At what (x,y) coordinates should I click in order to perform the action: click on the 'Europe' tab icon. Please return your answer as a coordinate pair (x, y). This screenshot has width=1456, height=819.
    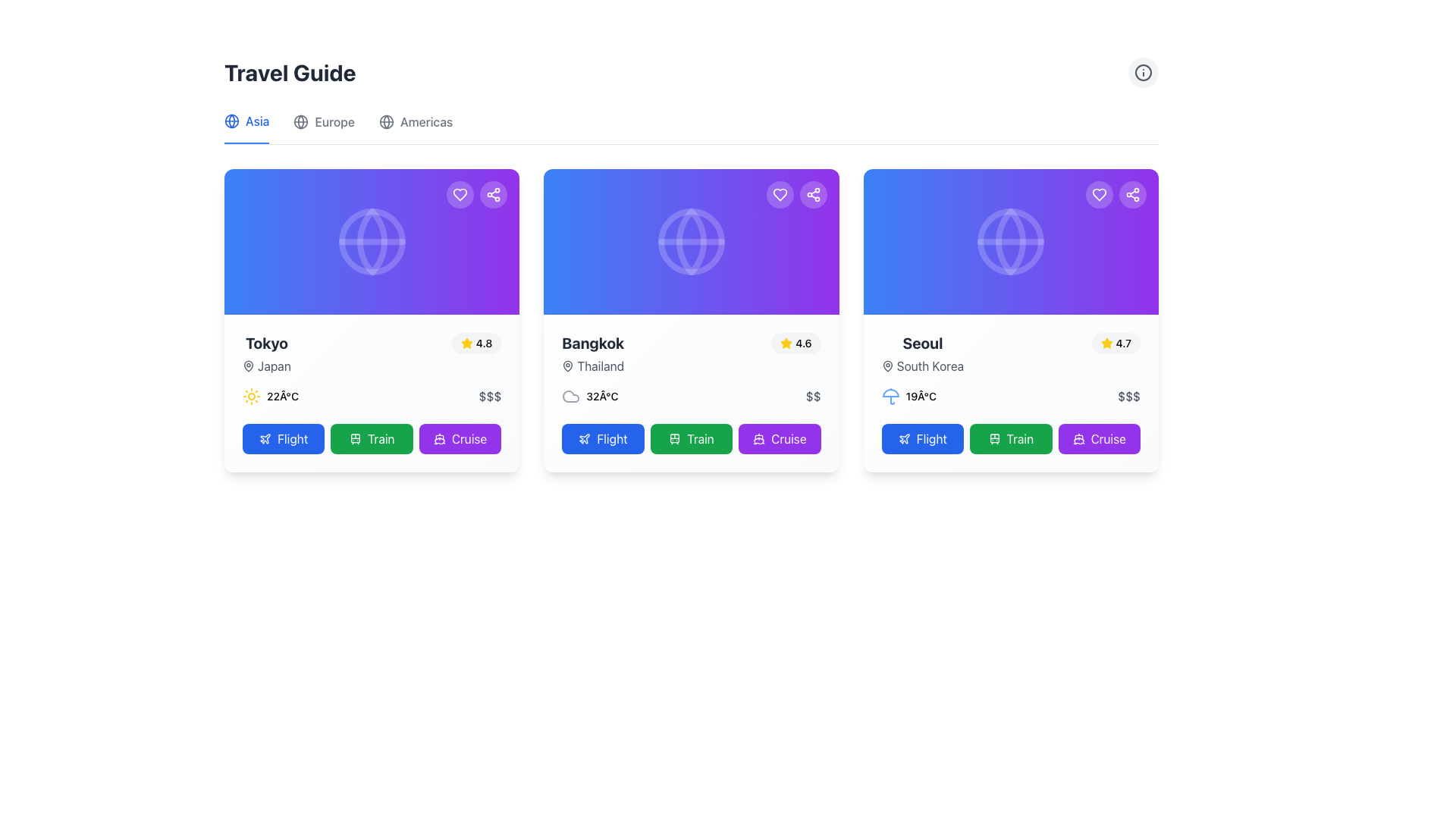
    Looking at the image, I should click on (301, 121).